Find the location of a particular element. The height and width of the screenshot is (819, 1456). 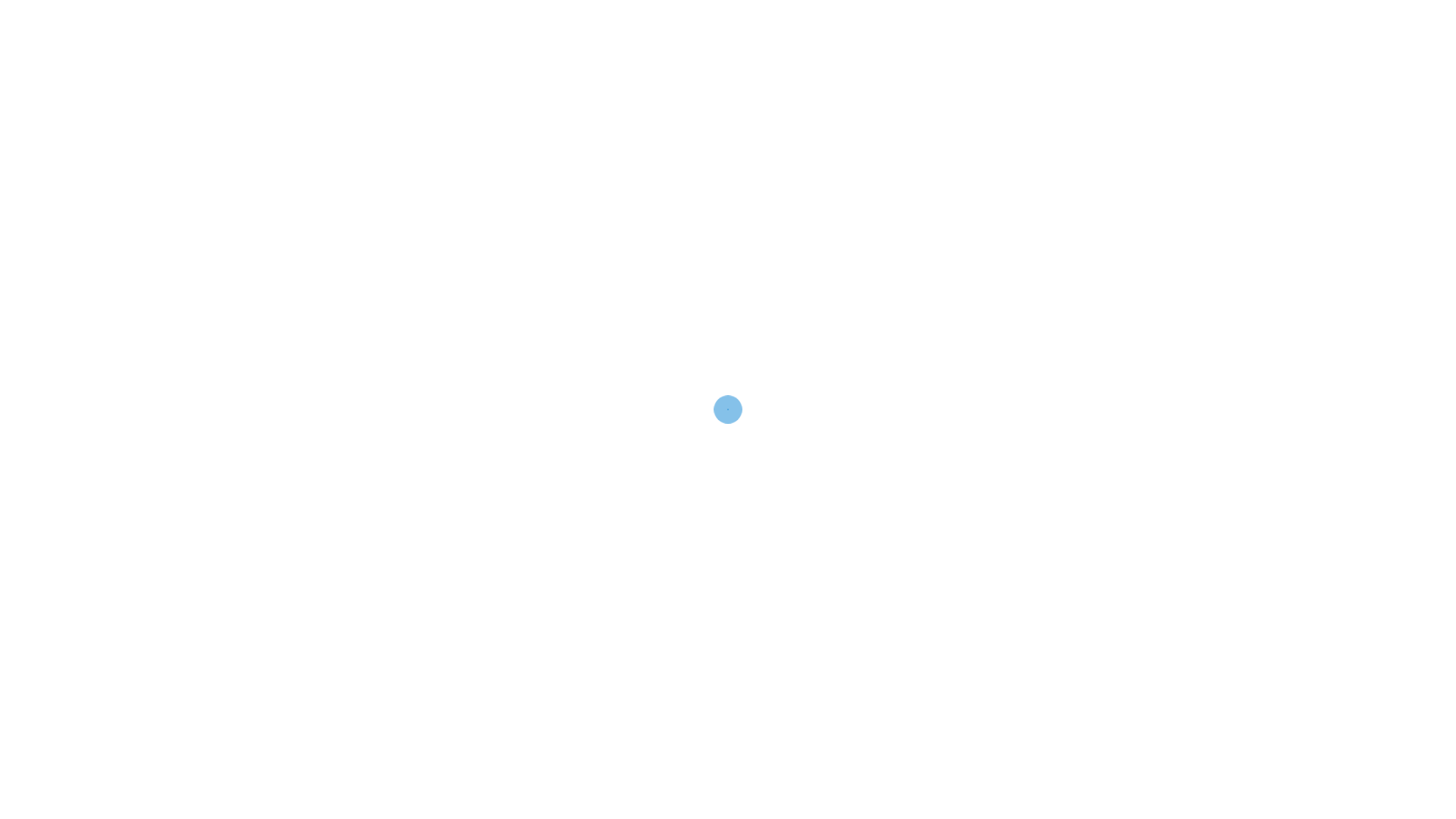

'CAREERS' is located at coordinates (803, 99).